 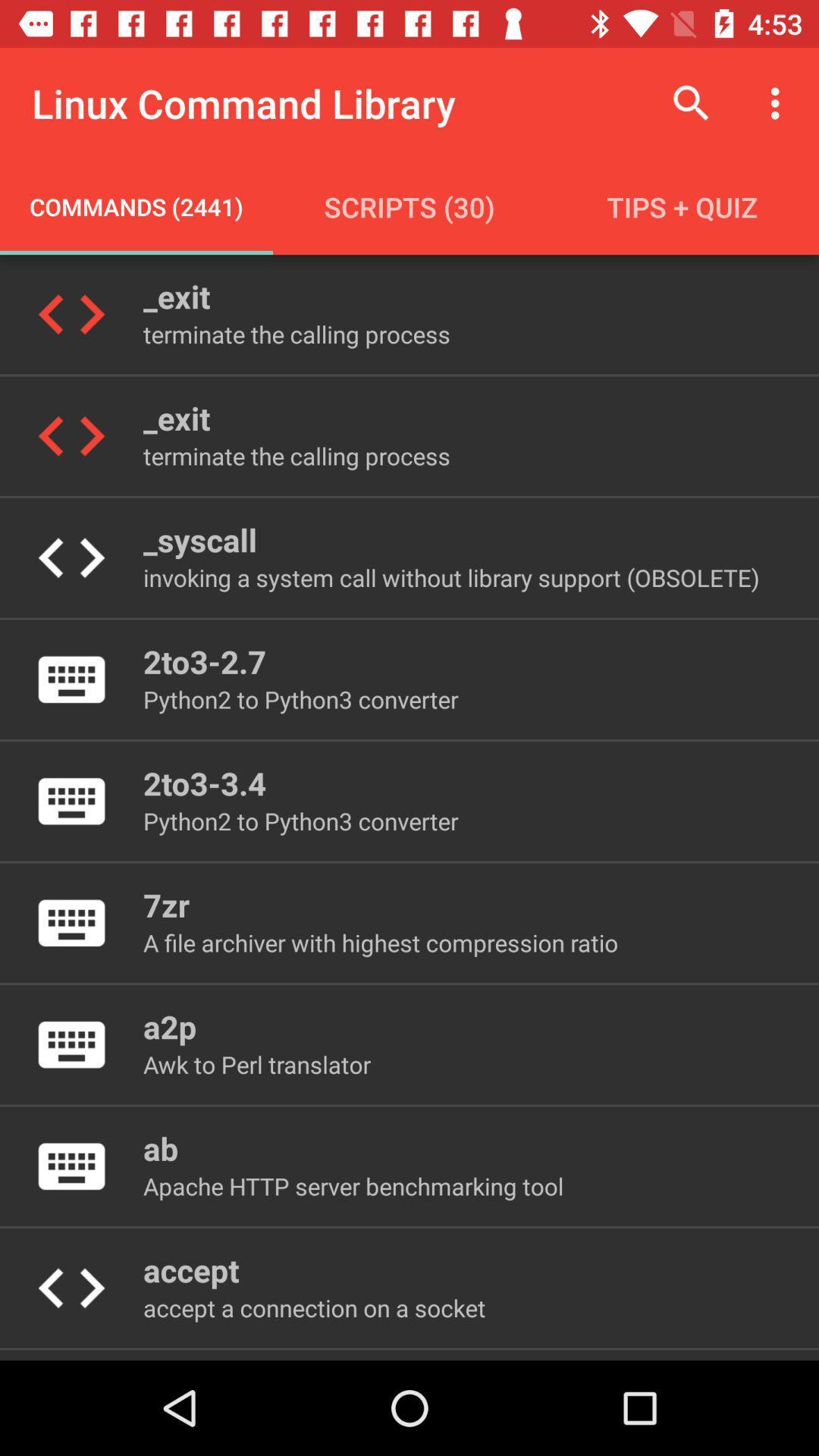 What do you see at coordinates (450, 576) in the screenshot?
I see `invoking a system` at bounding box center [450, 576].